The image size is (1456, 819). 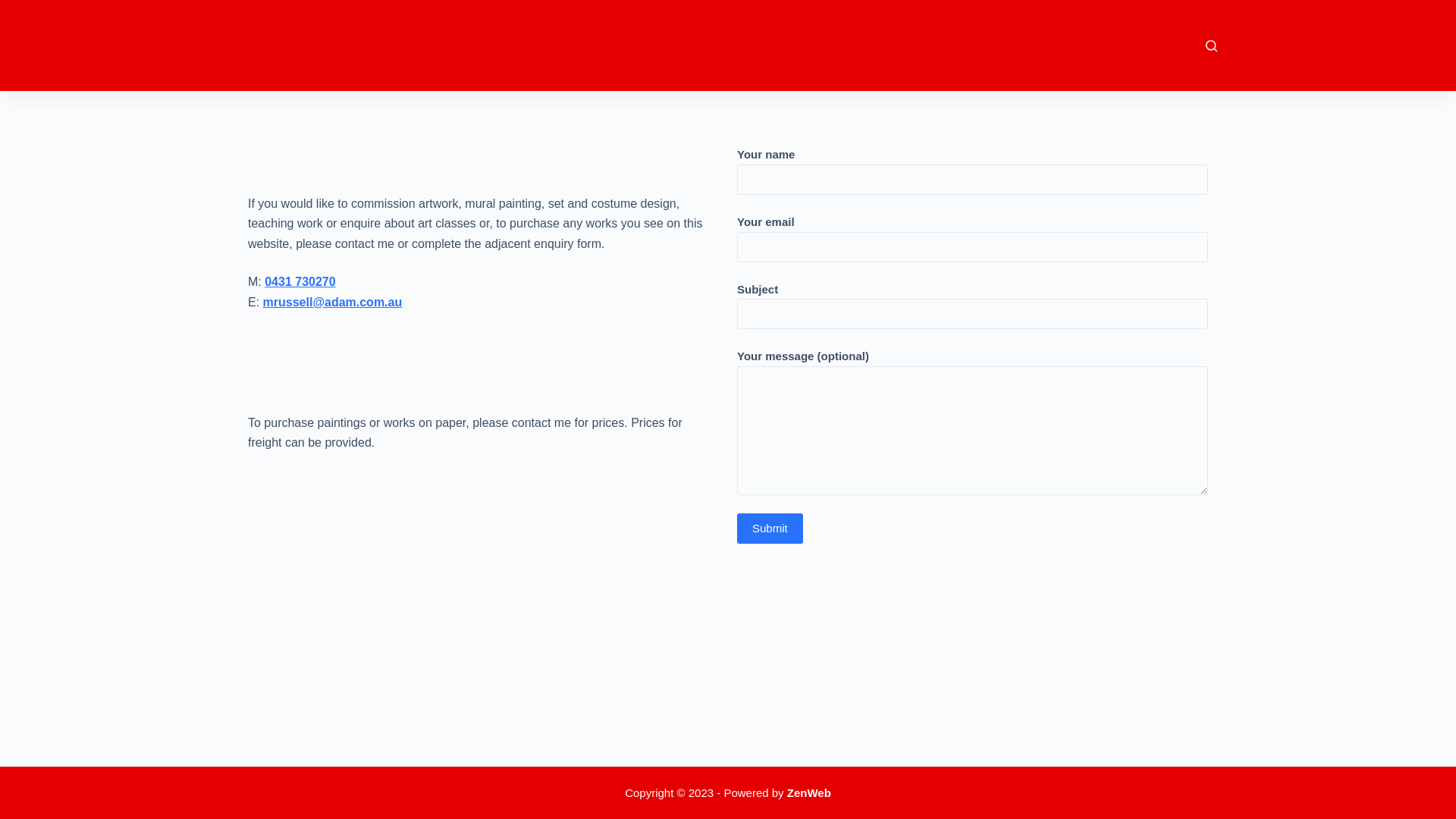 What do you see at coordinates (770, 528) in the screenshot?
I see `'Submit'` at bounding box center [770, 528].